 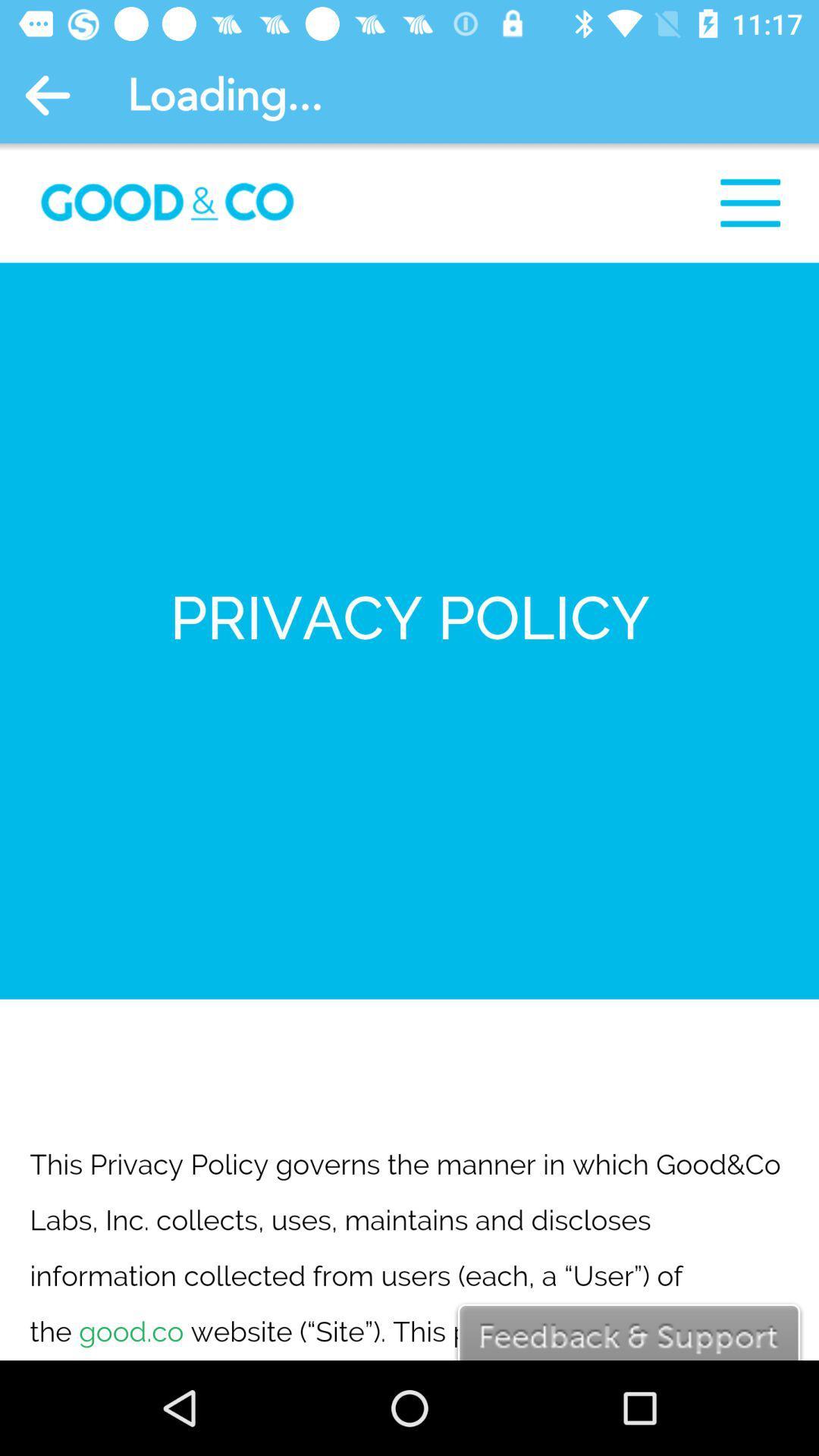 I want to click on display field, so click(x=409, y=752).